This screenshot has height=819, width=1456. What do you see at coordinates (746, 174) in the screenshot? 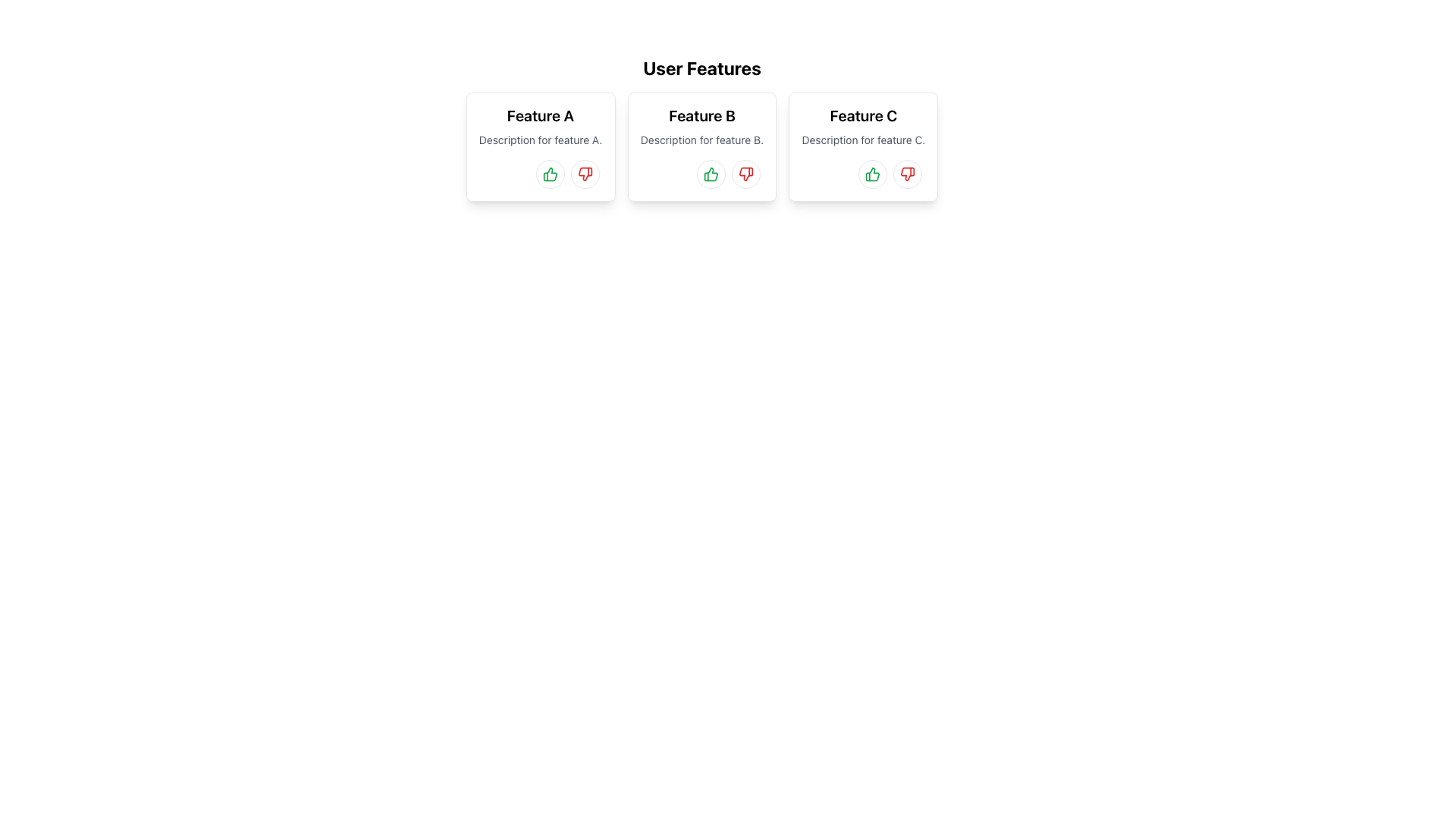
I see `the circular button with a red border and a thumbs-down icon` at bounding box center [746, 174].